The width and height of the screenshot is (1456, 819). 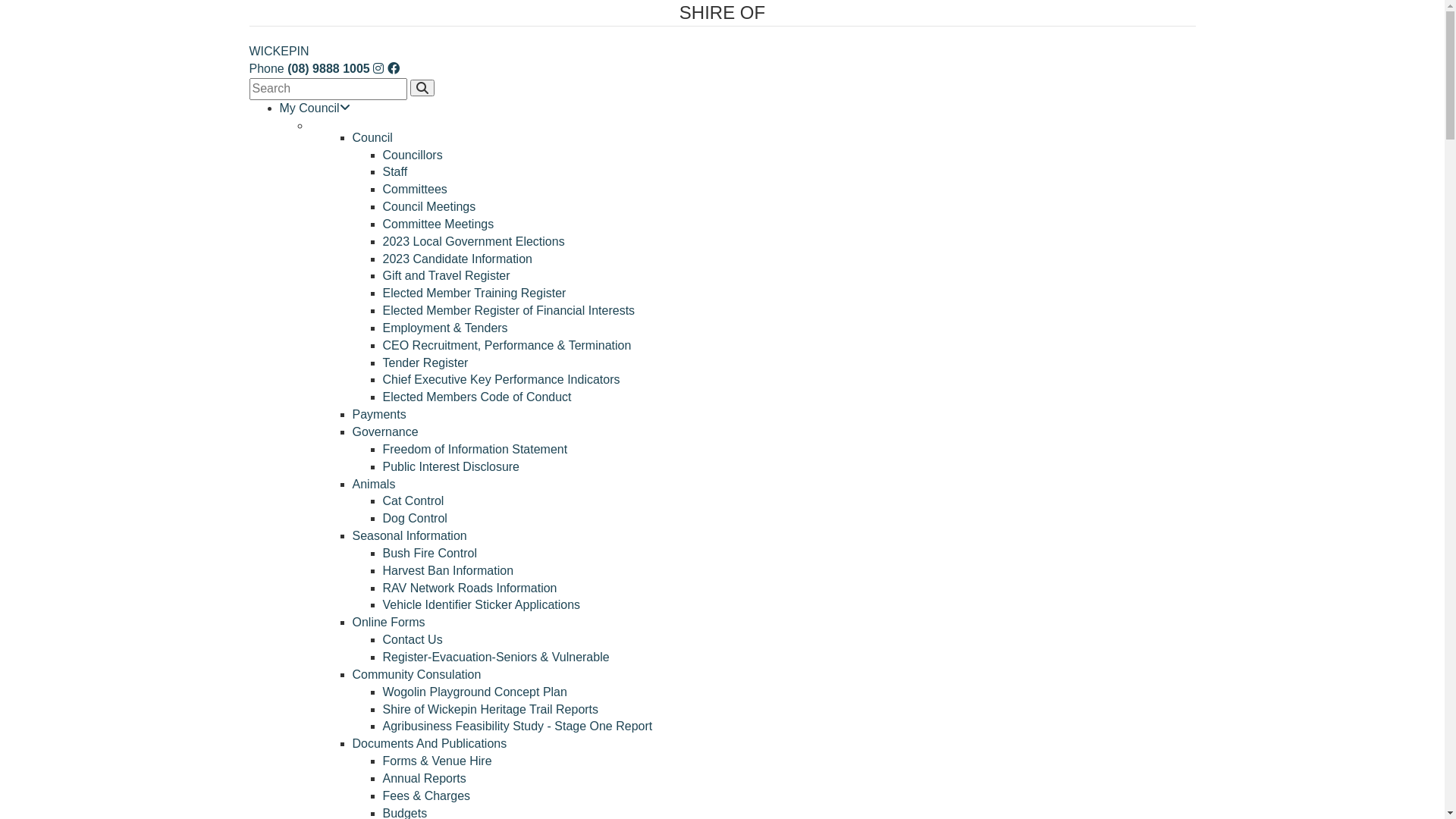 What do you see at coordinates (444, 327) in the screenshot?
I see `'Employment & Tenders'` at bounding box center [444, 327].